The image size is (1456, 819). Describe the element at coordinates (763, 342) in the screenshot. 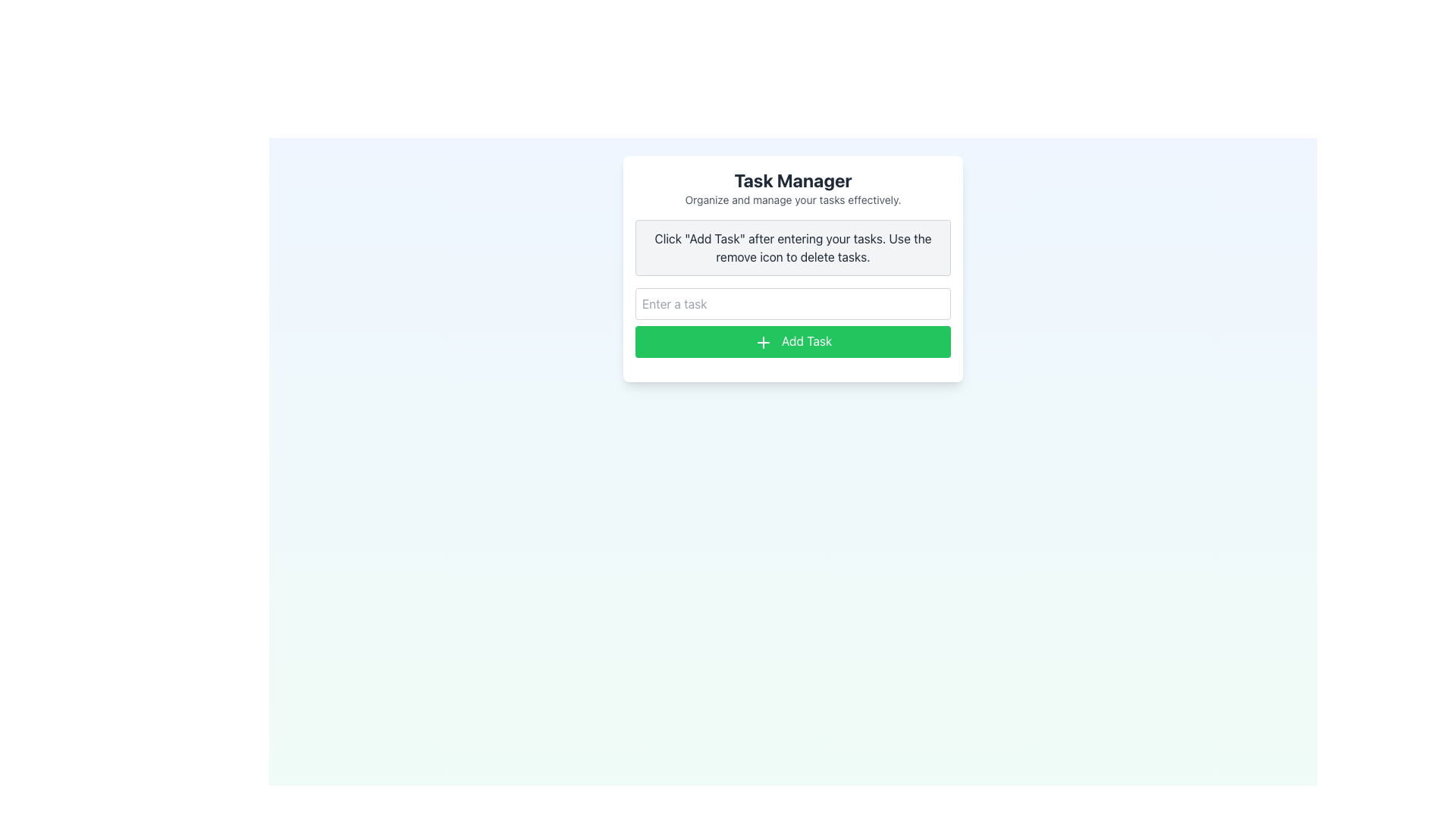

I see `the small circular icon with a green background and a white plus sign, located to the left of the 'Add Task' text within the green rectangular button` at that location.